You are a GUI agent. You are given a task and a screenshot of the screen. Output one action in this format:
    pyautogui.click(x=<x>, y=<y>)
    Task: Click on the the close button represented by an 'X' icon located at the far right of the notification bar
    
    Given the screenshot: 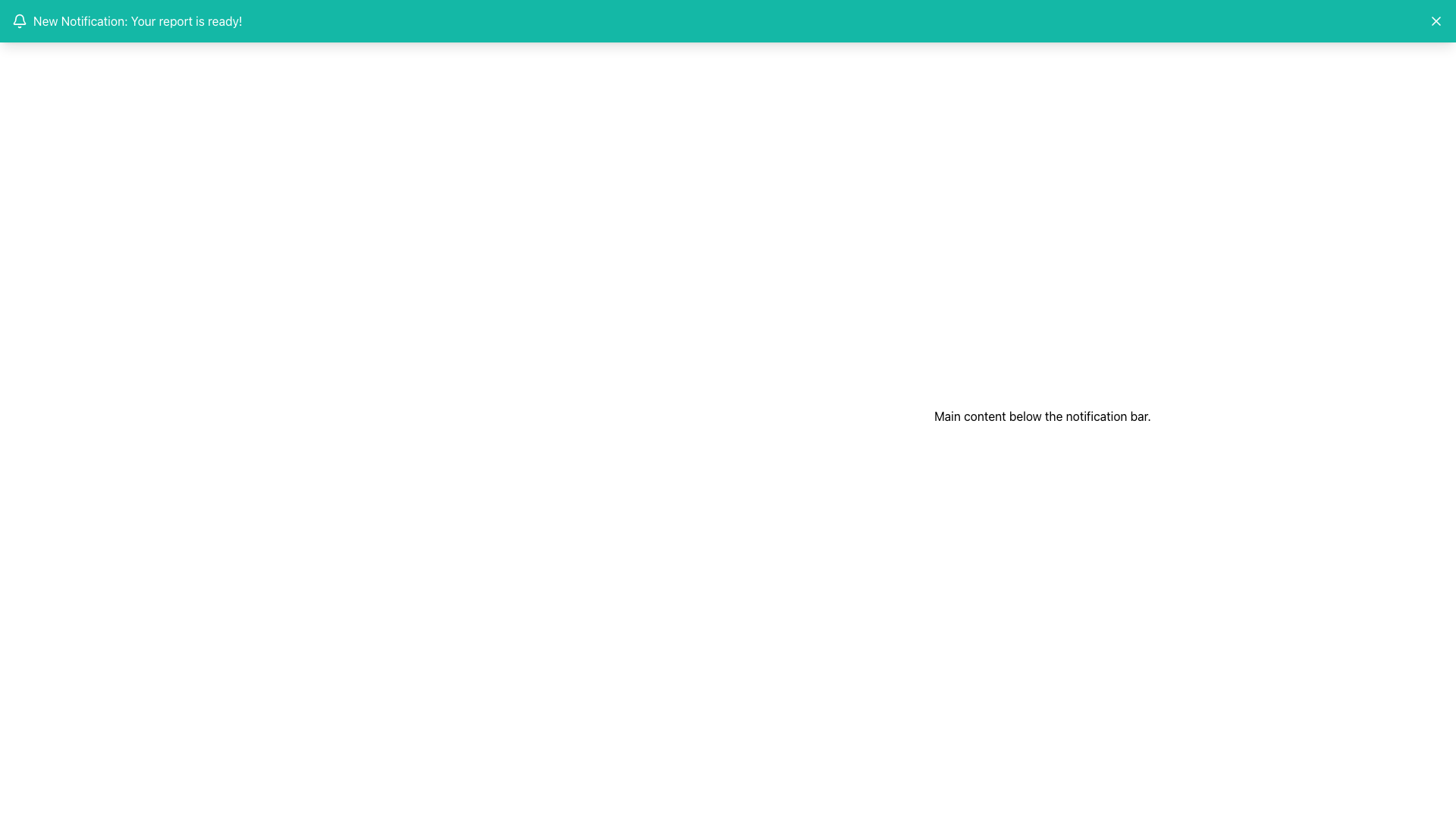 What is the action you would take?
    pyautogui.click(x=1436, y=20)
    